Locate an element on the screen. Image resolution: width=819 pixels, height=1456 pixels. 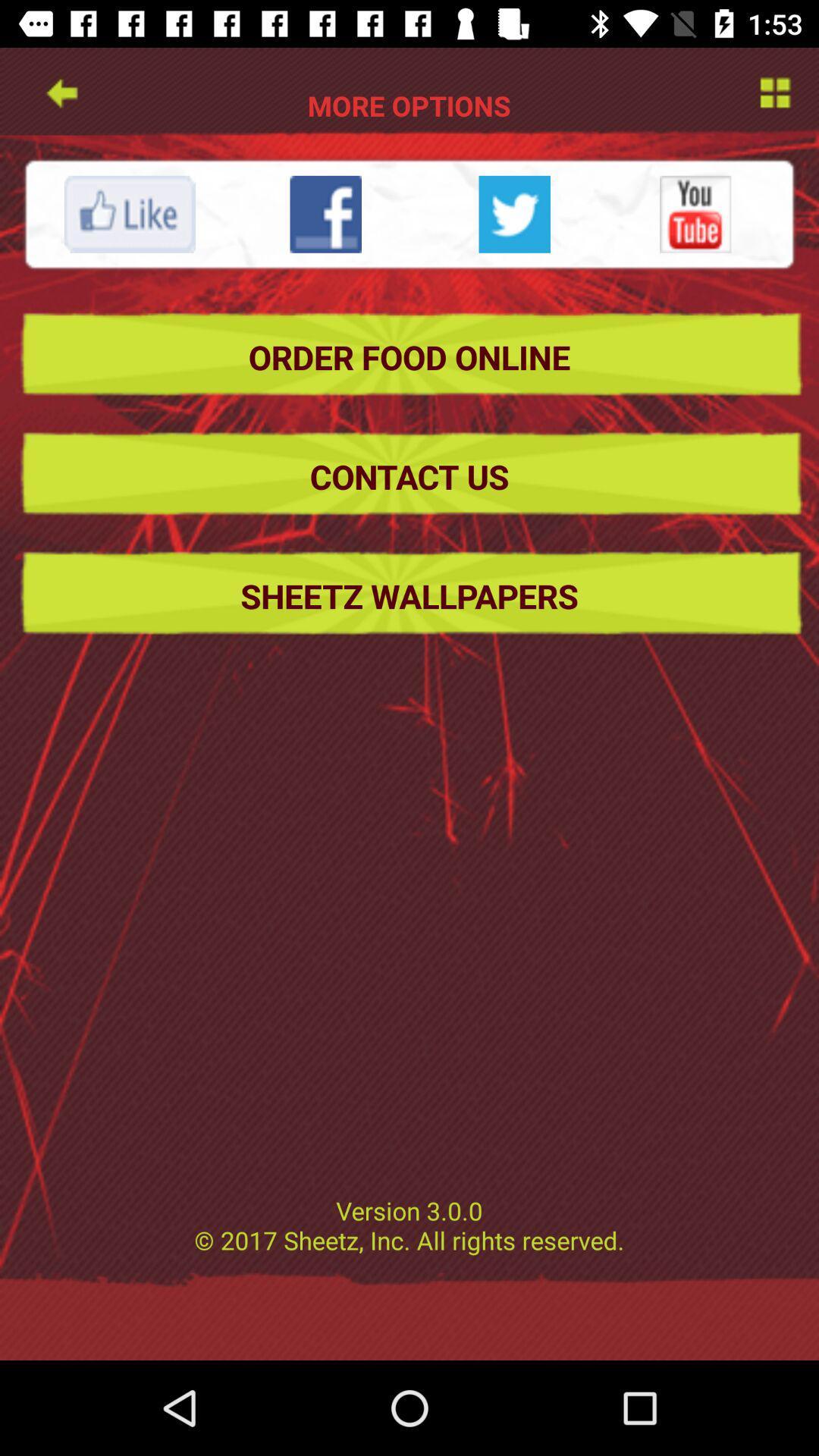
you tube is located at coordinates (695, 213).